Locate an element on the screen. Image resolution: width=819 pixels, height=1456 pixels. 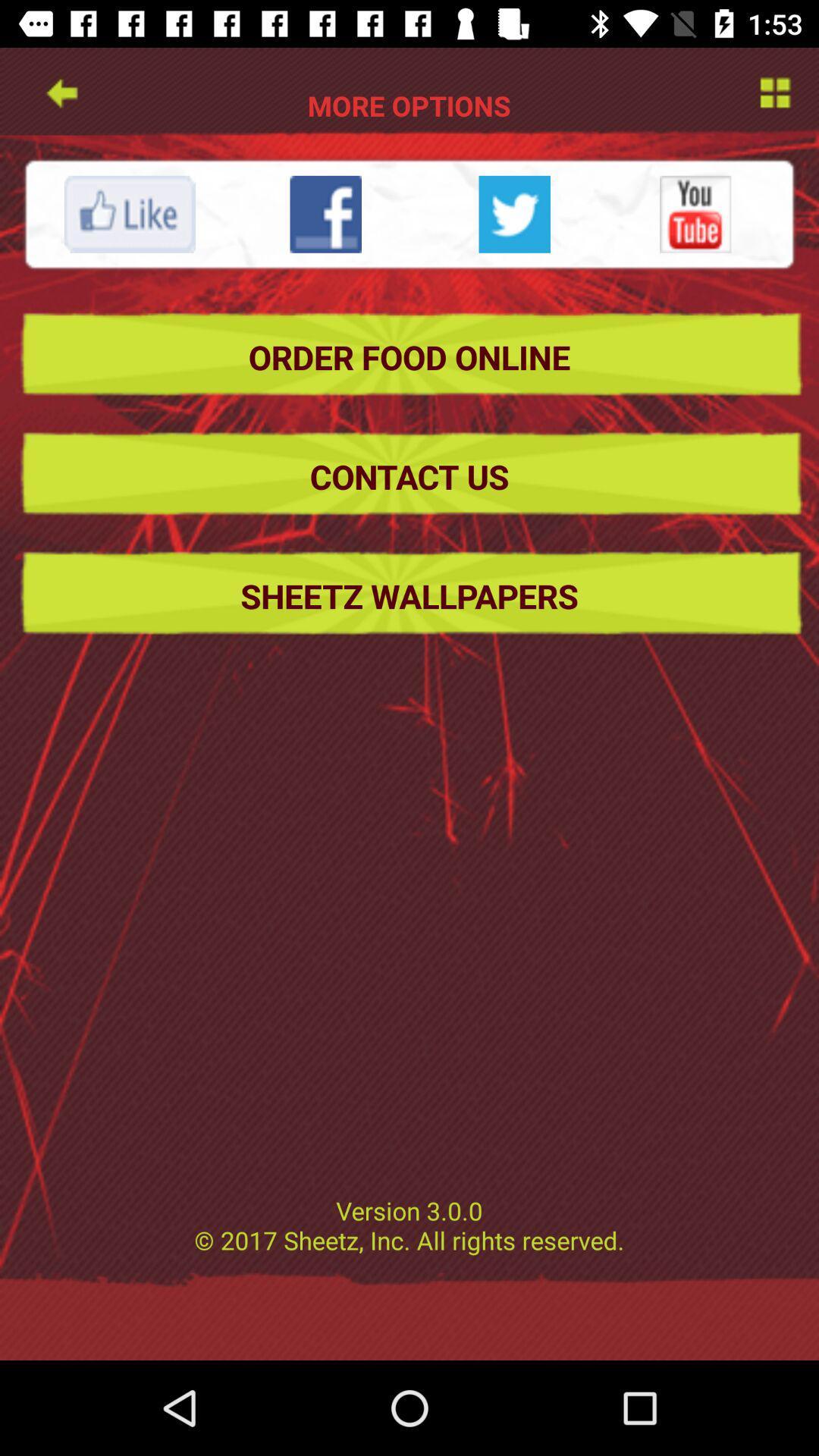
you tube is located at coordinates (695, 213).